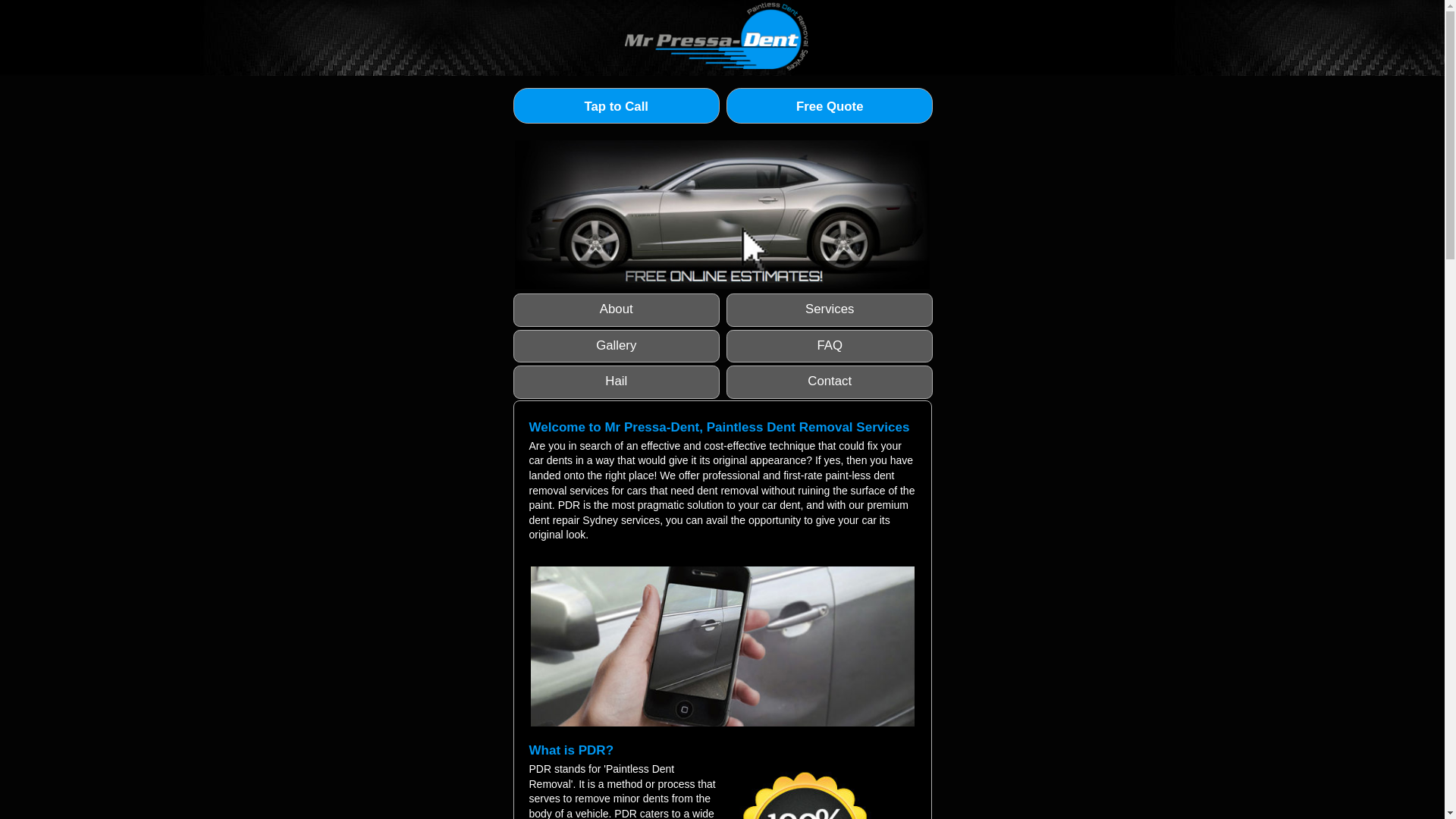 The image size is (1456, 819). I want to click on 'Gallery', so click(615, 346).